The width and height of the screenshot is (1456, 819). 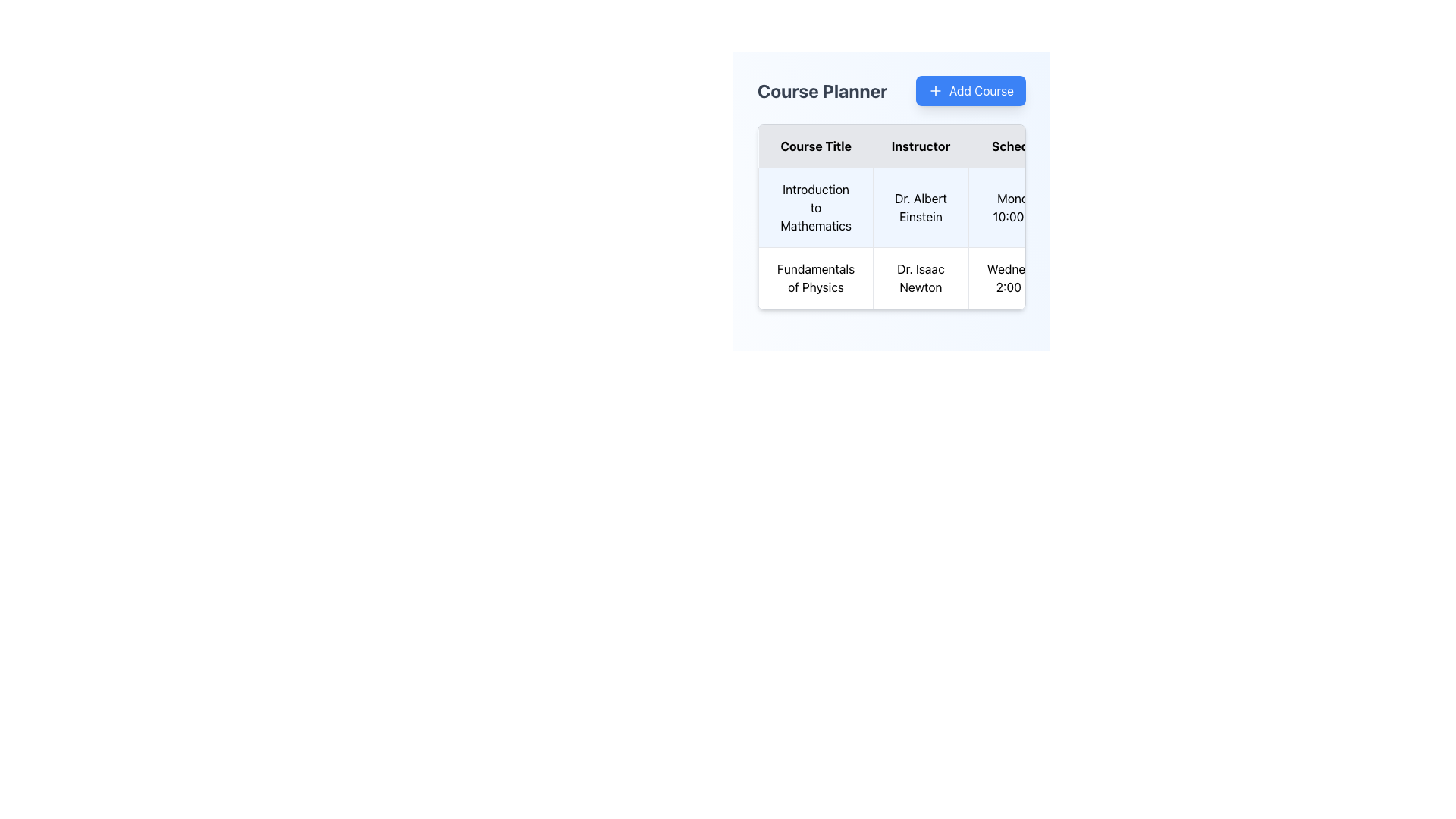 What do you see at coordinates (920, 278) in the screenshot?
I see `the Text label displaying the instructor's name for the 'Fundamentals of Physics' course, located in the second row under the 'Instructor' column` at bounding box center [920, 278].